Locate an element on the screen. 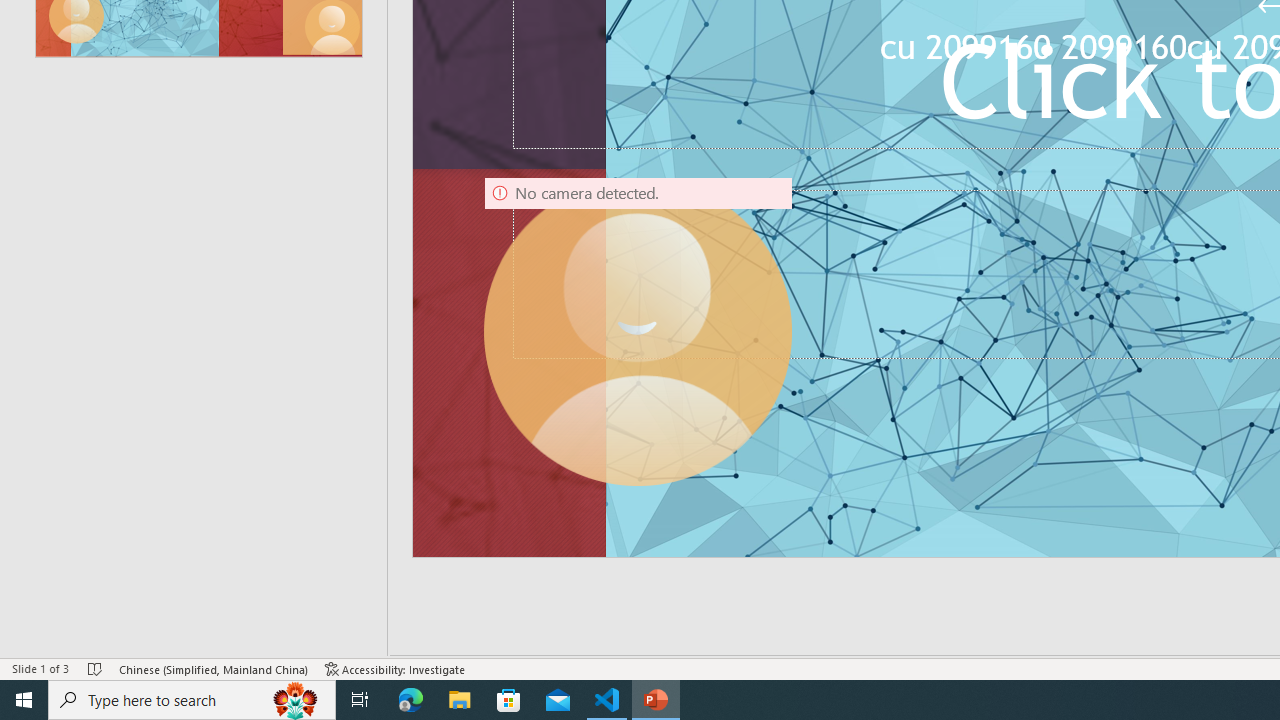 This screenshot has width=1280, height=720. 'Accessibility Checker Accessibility: Investigate' is located at coordinates (395, 669).